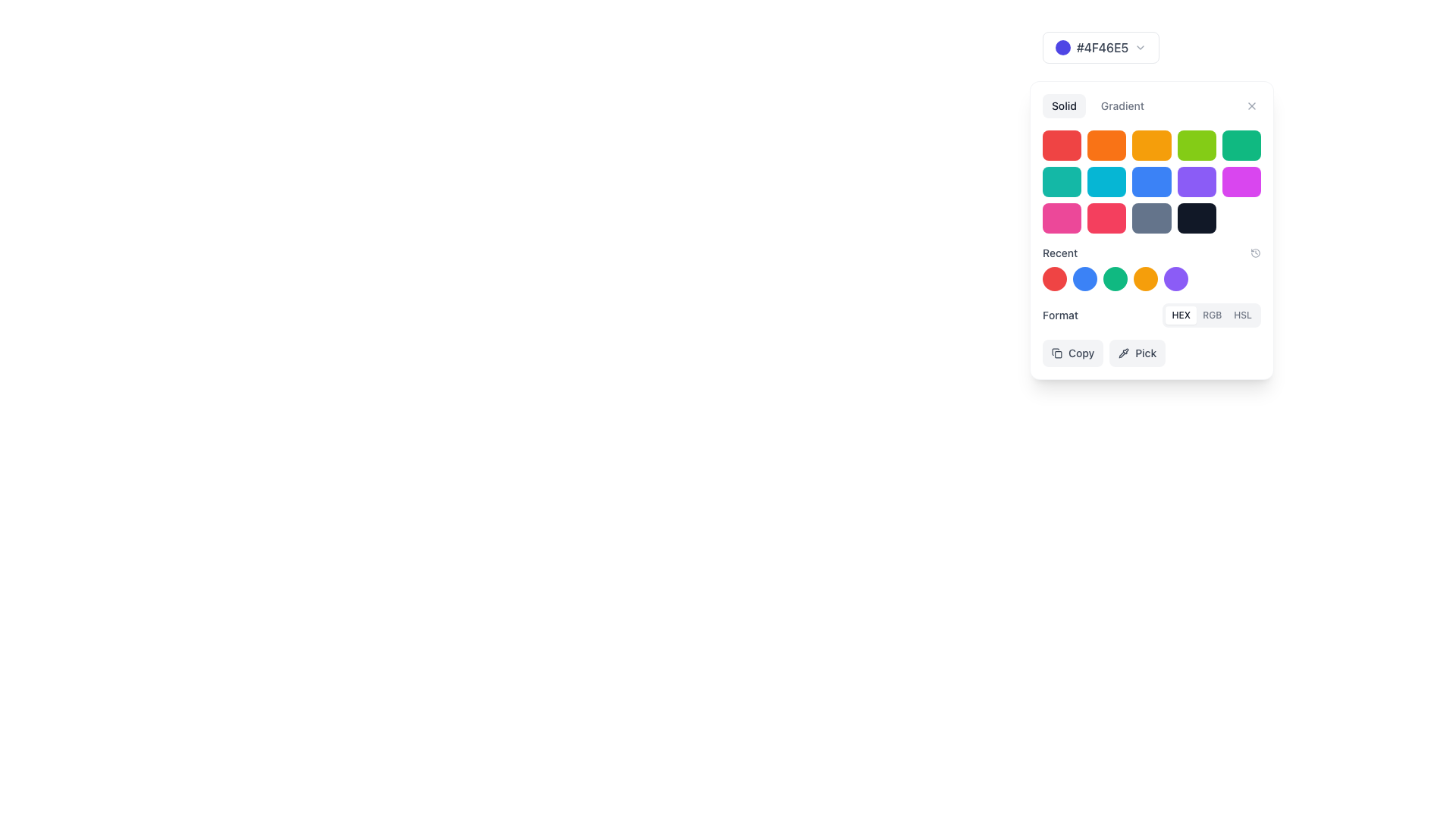 The height and width of the screenshot is (819, 1456). I want to click on the heading labeled 'Recent', which is located above the row of colored circular elements in the color picker interface, so click(1151, 268).